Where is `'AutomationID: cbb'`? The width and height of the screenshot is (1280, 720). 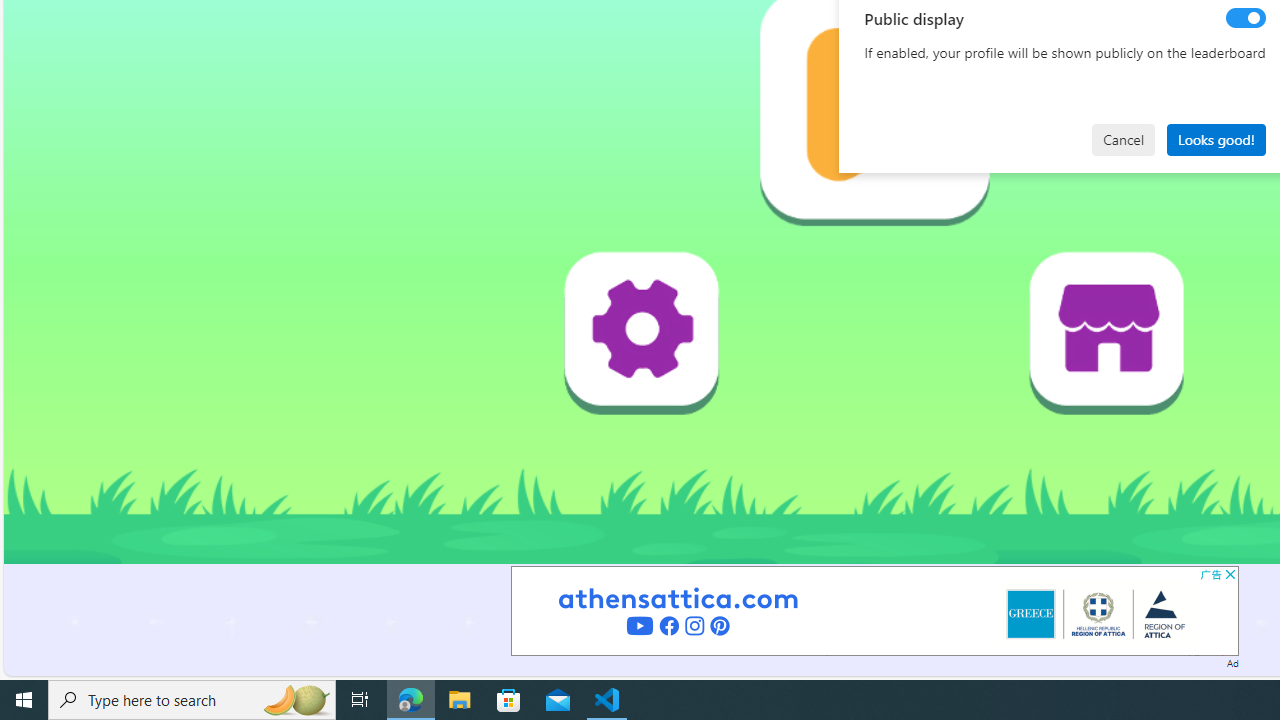 'AutomationID: cbb' is located at coordinates (1229, 574).